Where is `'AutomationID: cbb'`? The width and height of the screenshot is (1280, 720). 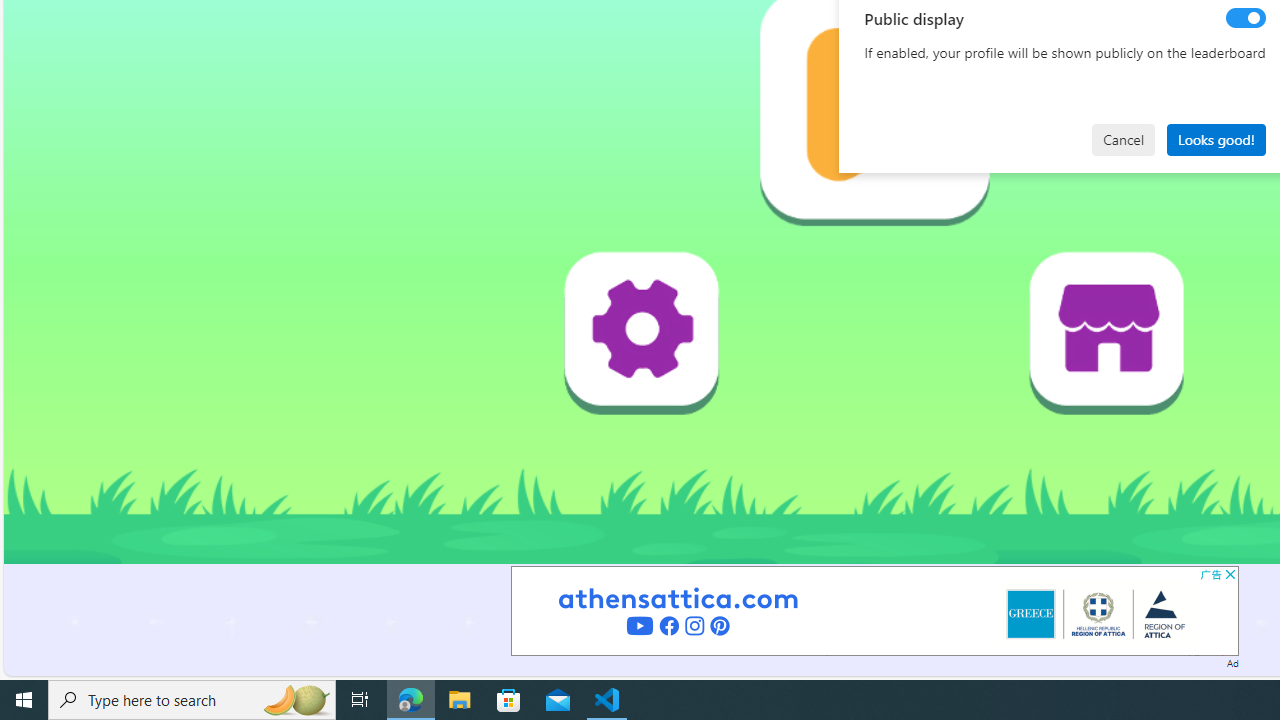 'AutomationID: cbb' is located at coordinates (1229, 574).